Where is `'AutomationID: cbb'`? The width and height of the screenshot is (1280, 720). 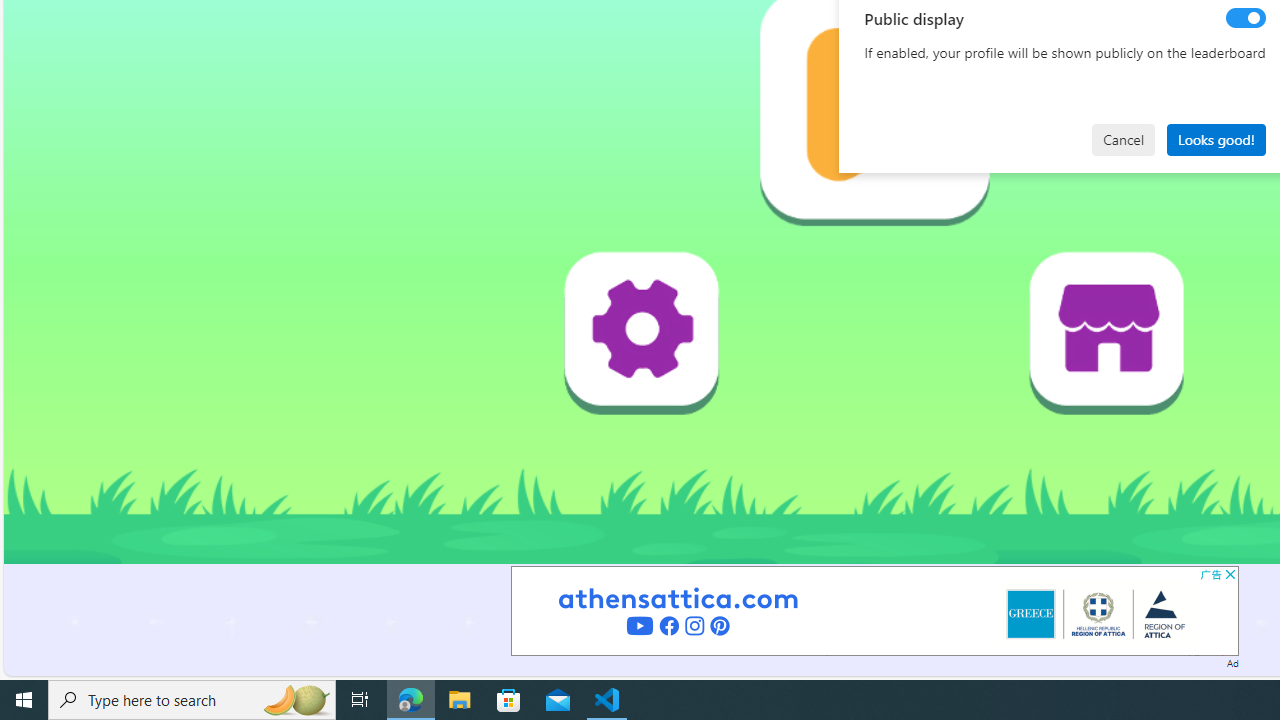 'AutomationID: cbb' is located at coordinates (1229, 574).